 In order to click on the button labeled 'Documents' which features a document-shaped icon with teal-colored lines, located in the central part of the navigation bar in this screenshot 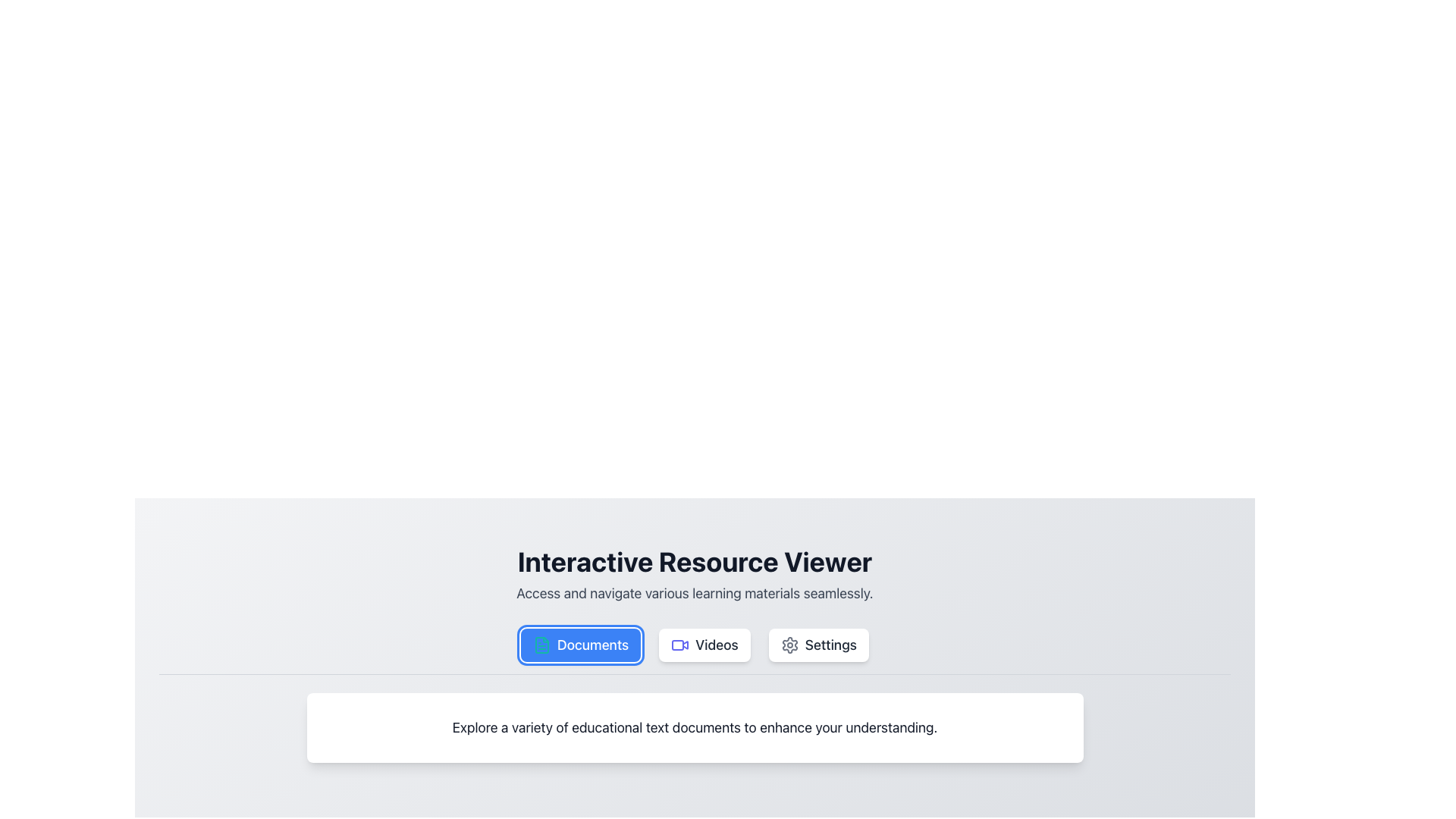, I will do `click(542, 645)`.